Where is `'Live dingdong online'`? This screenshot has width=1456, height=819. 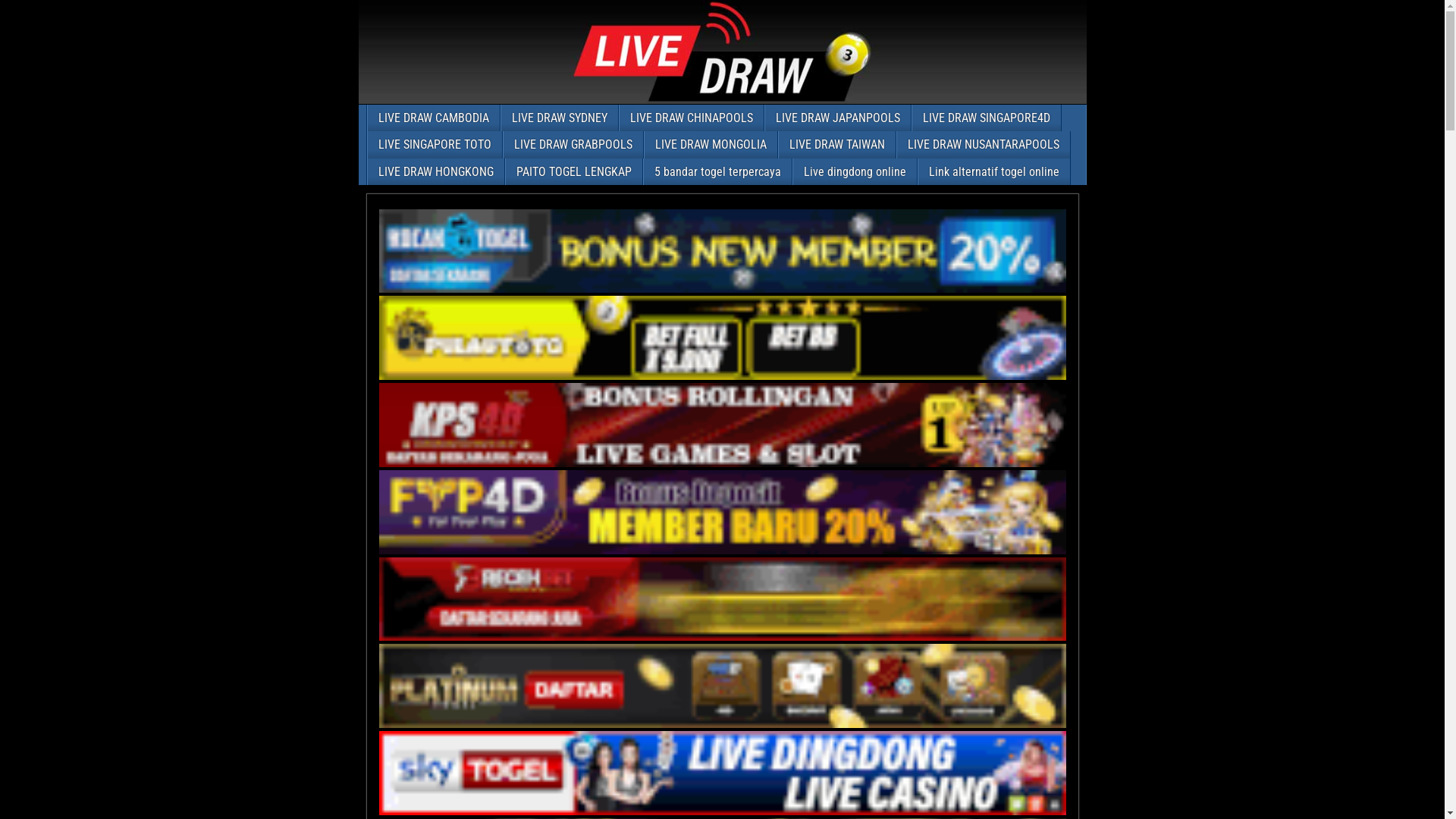 'Live dingdong online' is located at coordinates (792, 171).